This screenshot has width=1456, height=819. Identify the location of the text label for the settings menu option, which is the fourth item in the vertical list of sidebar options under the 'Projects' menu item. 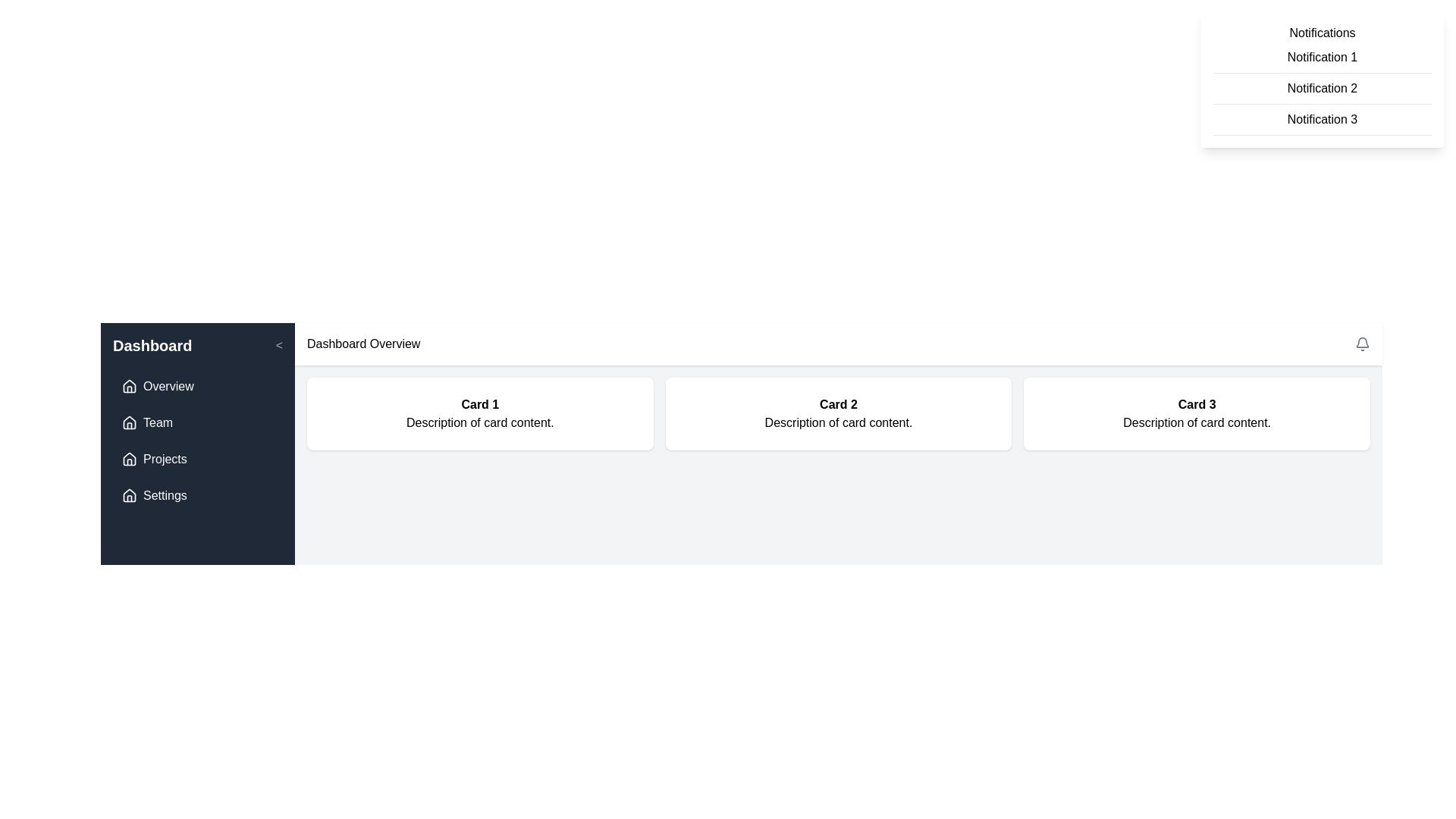
(165, 496).